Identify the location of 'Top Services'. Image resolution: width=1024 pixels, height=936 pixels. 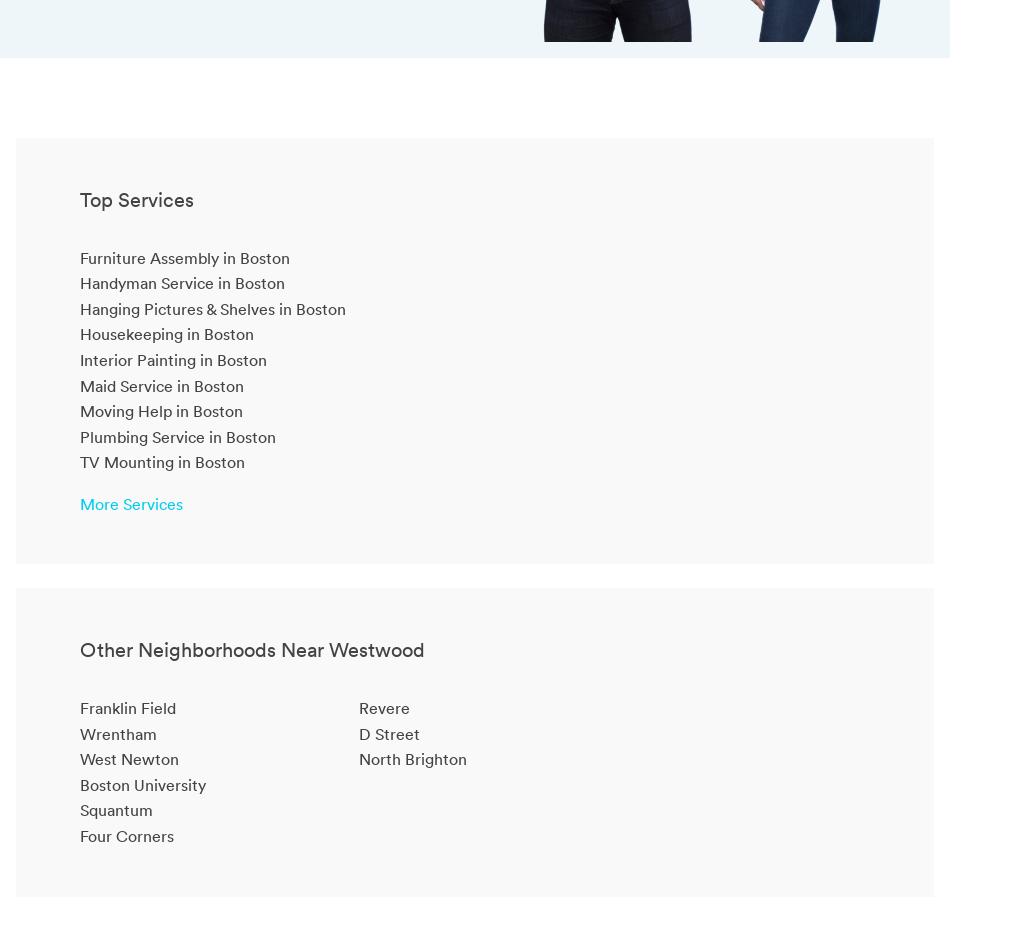
(136, 198).